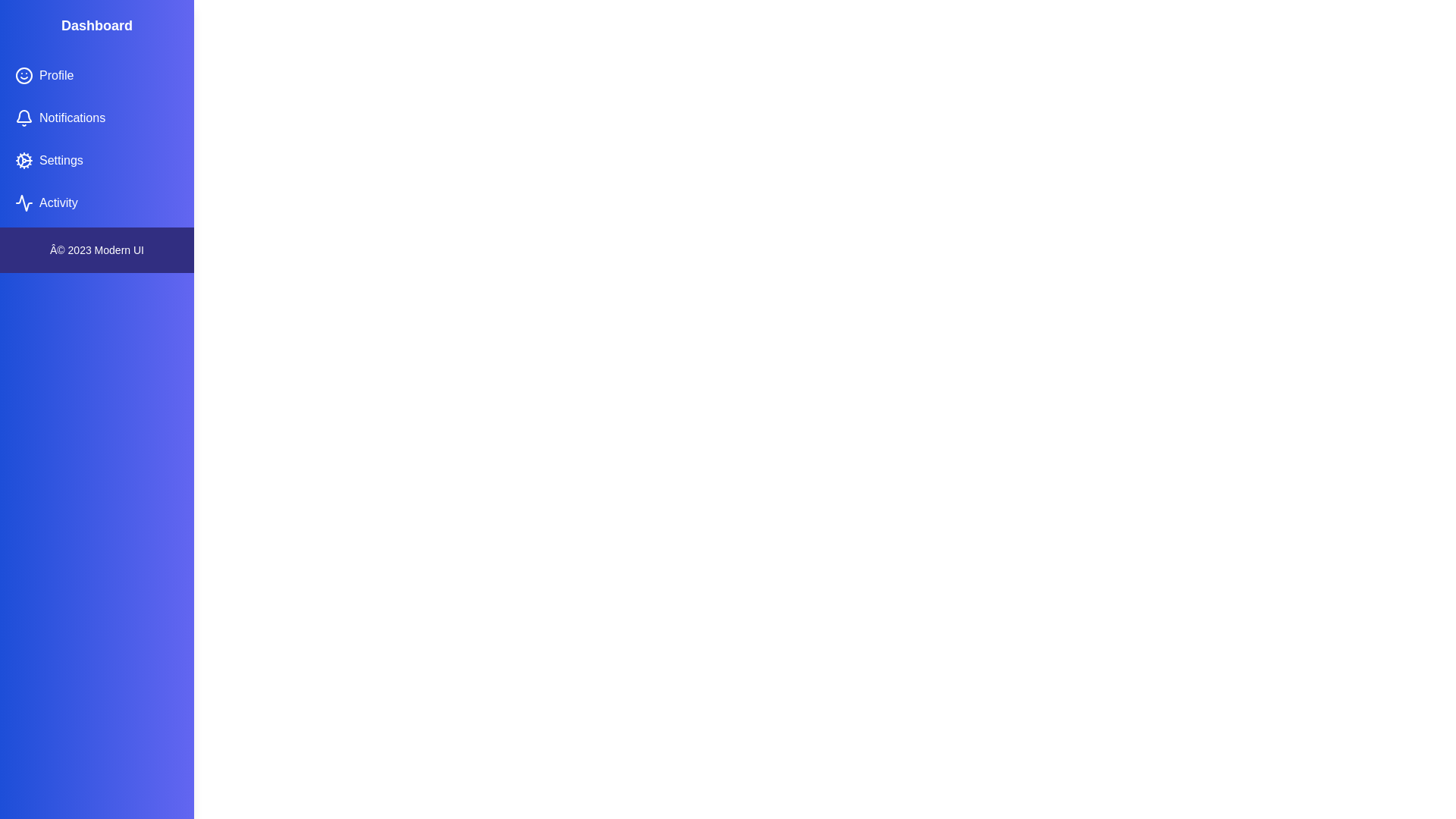 This screenshot has width=1456, height=819. I want to click on the navigation item Settings, so click(96, 161).